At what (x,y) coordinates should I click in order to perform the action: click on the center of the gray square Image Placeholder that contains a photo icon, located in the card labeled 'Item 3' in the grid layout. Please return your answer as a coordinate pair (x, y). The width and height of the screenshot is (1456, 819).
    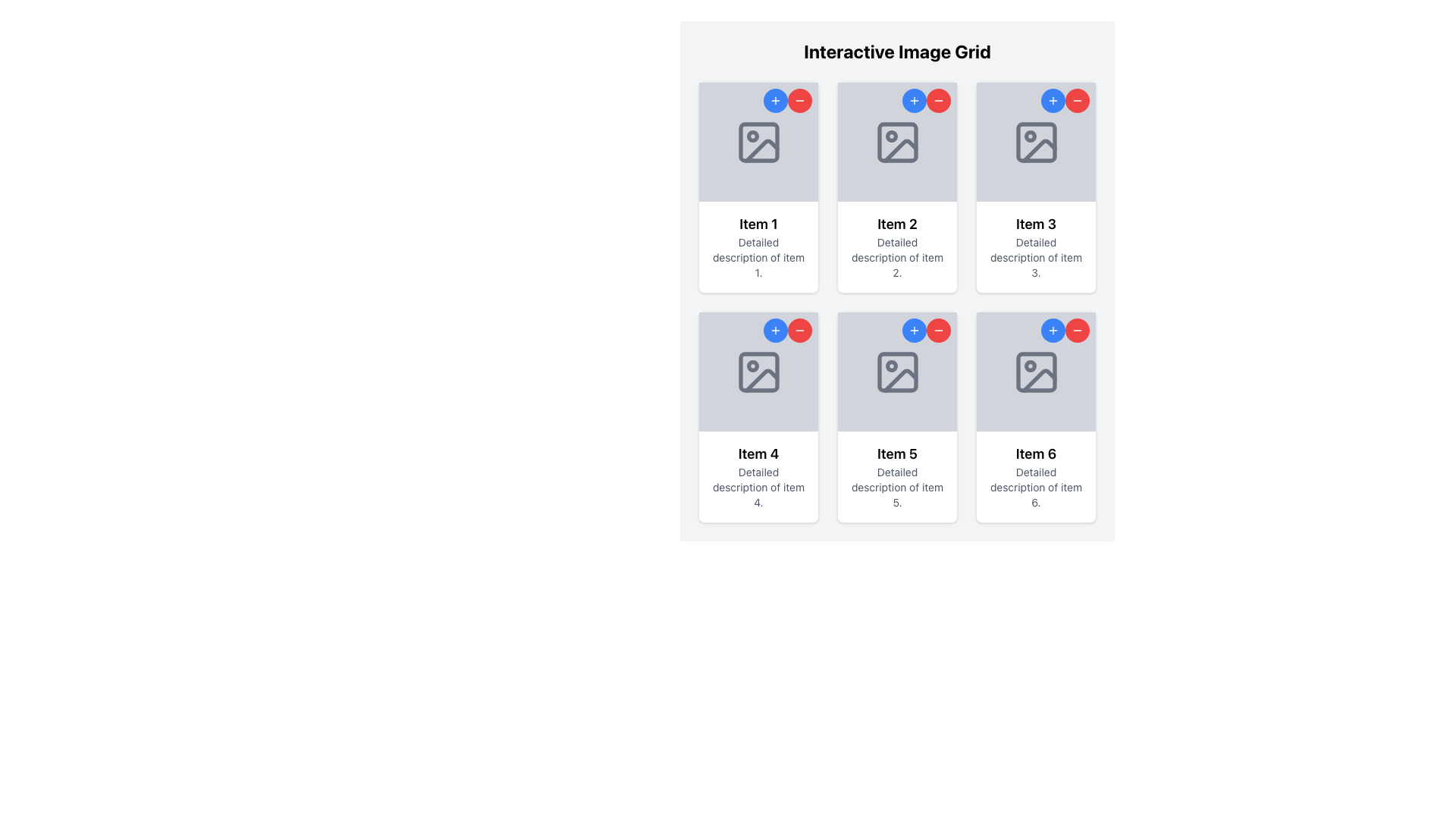
    Looking at the image, I should click on (1035, 142).